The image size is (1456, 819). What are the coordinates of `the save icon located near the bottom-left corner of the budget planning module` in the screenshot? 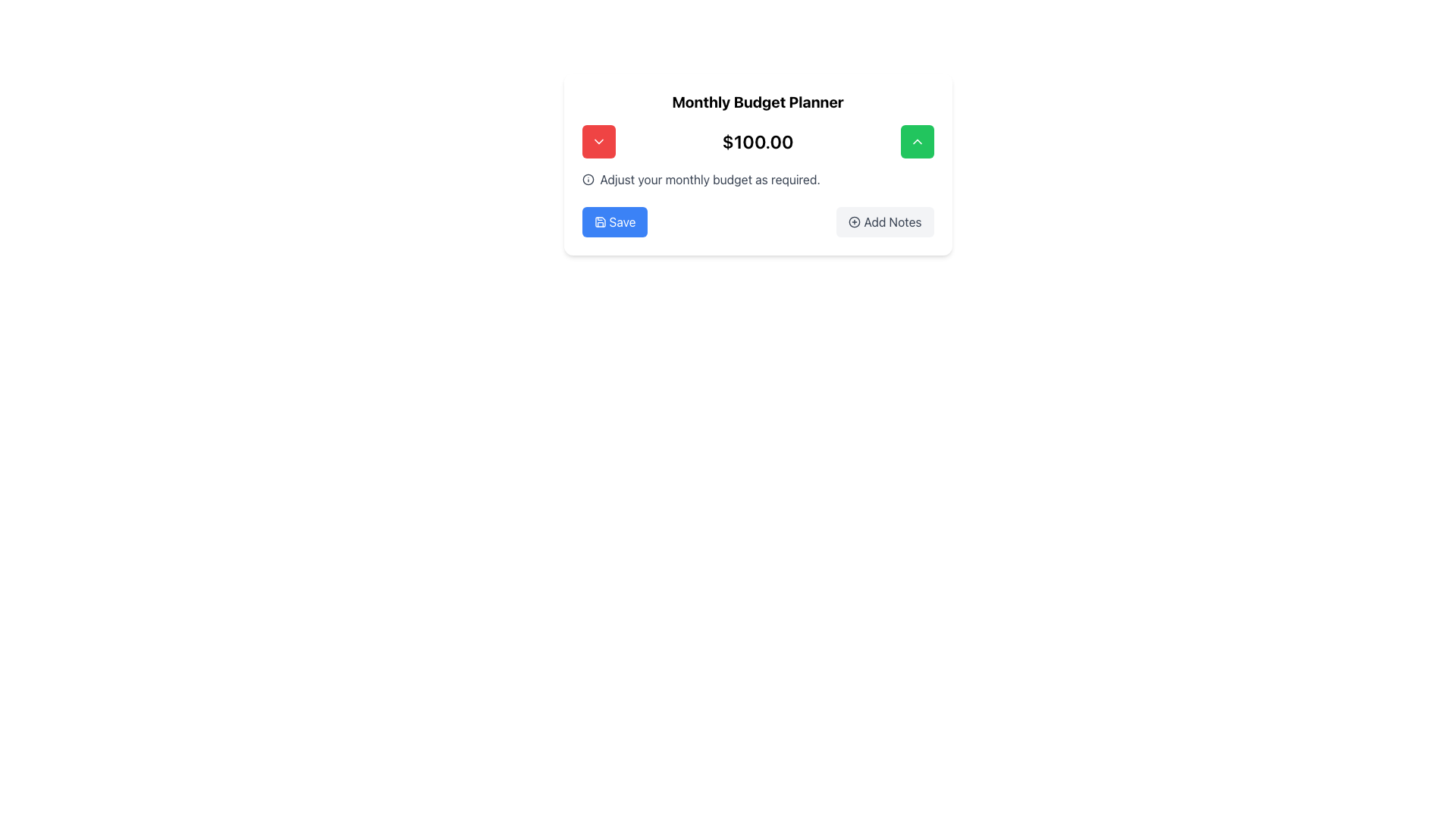 It's located at (599, 222).